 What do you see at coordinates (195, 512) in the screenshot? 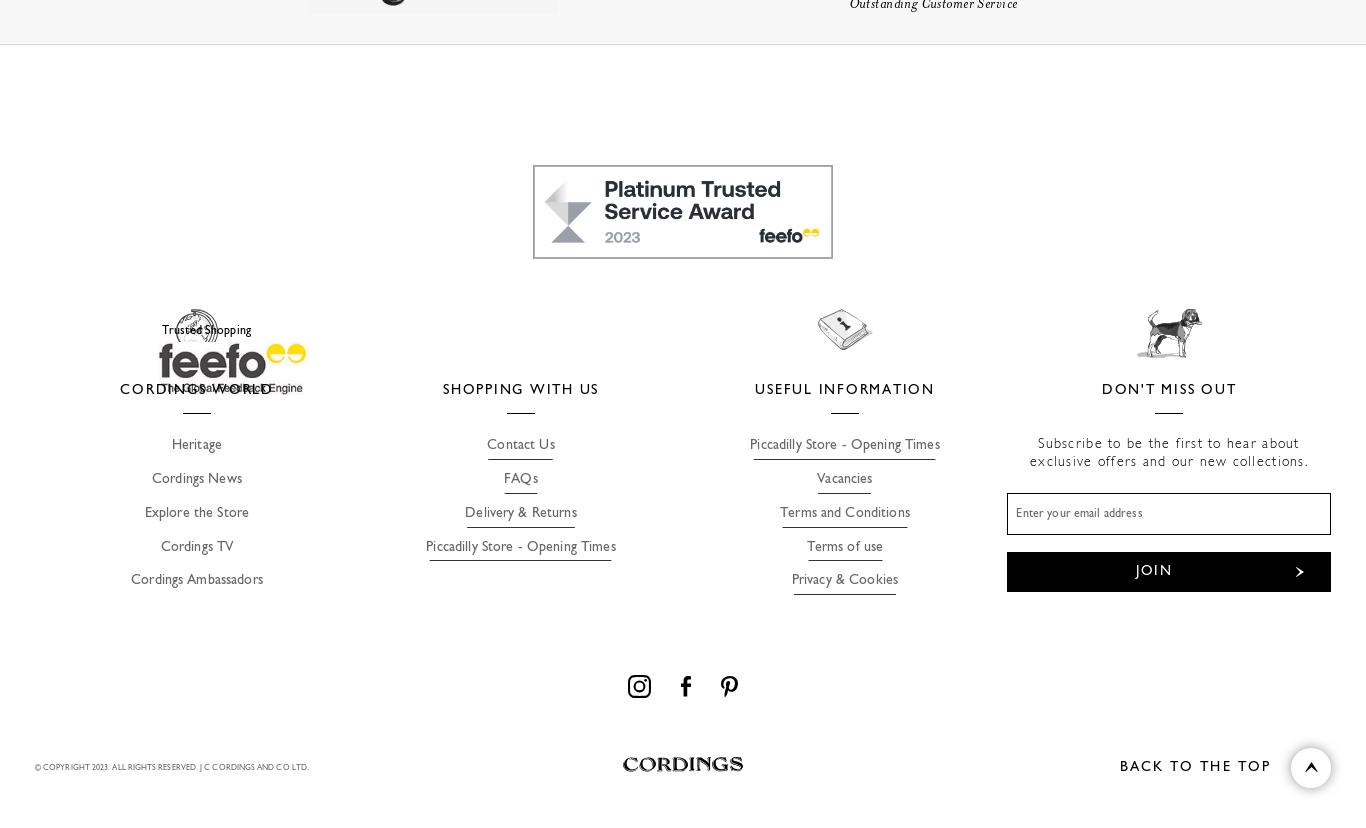
I see `'Explore the Store'` at bounding box center [195, 512].